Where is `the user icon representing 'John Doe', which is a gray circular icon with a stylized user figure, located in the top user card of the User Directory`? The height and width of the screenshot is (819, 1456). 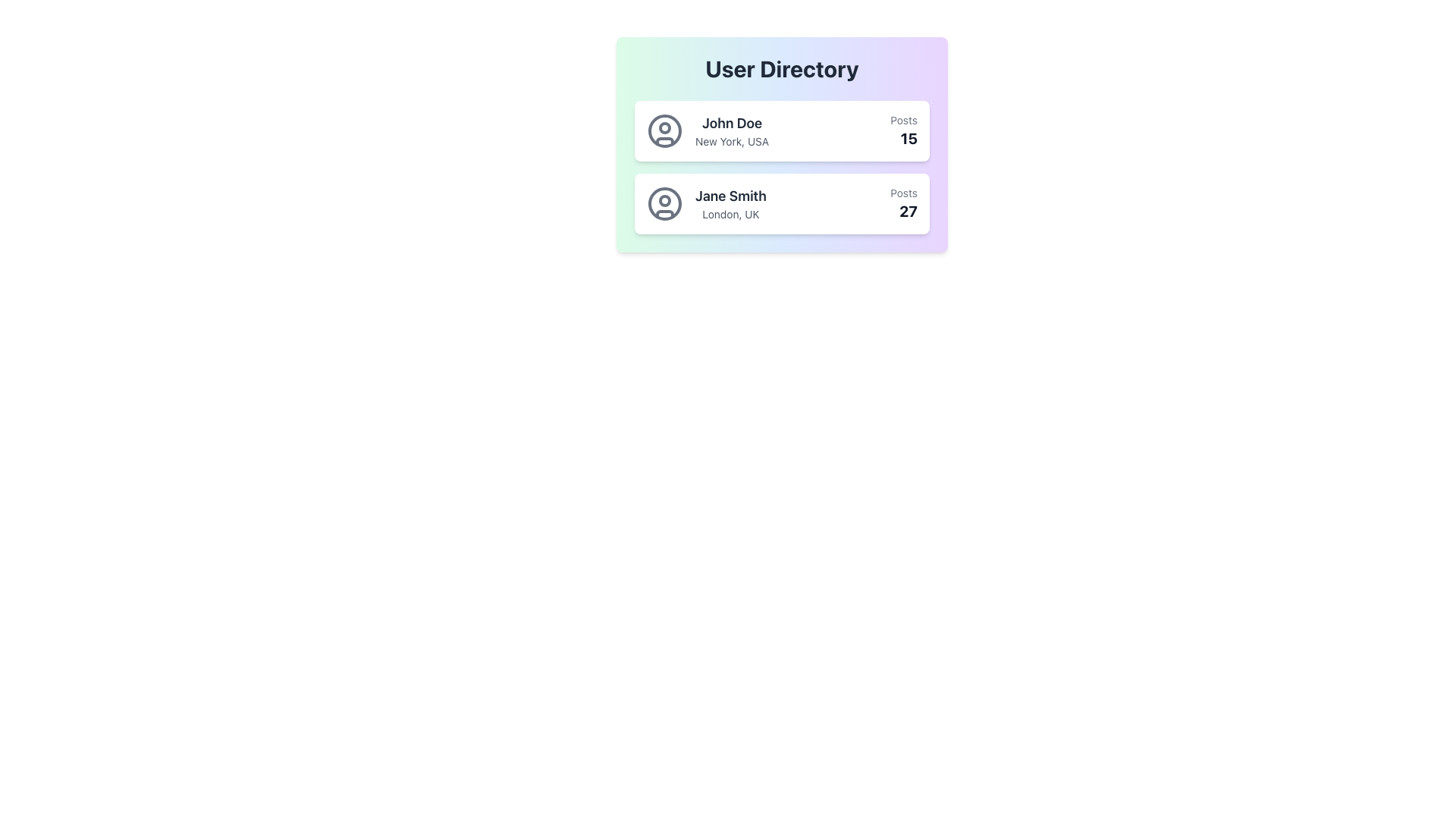 the user icon representing 'John Doe', which is a gray circular icon with a stylized user figure, located in the top user card of the User Directory is located at coordinates (665, 130).